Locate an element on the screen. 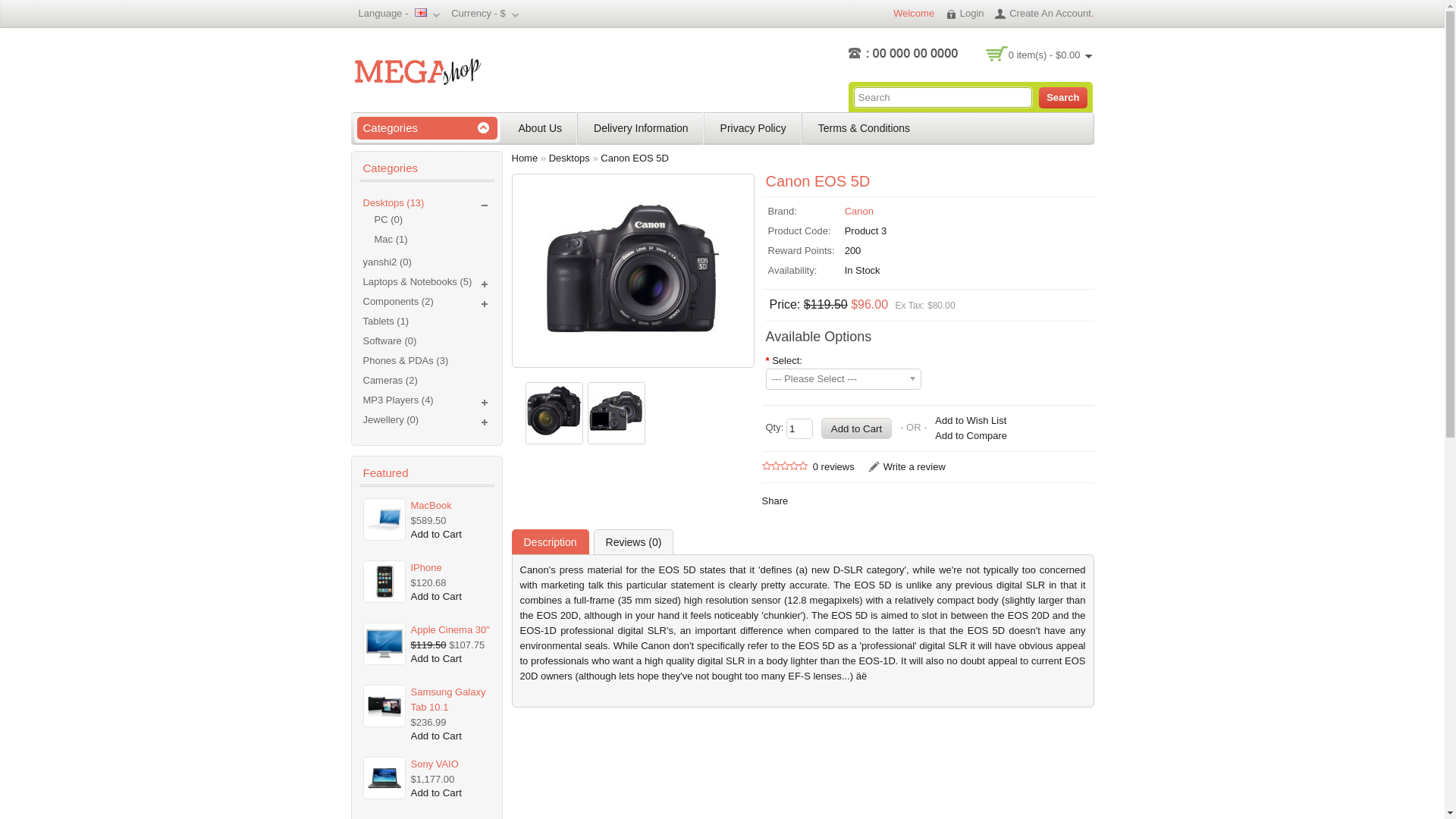 This screenshot has height=819, width=1456. 'Add to Compare' is located at coordinates (971, 435).